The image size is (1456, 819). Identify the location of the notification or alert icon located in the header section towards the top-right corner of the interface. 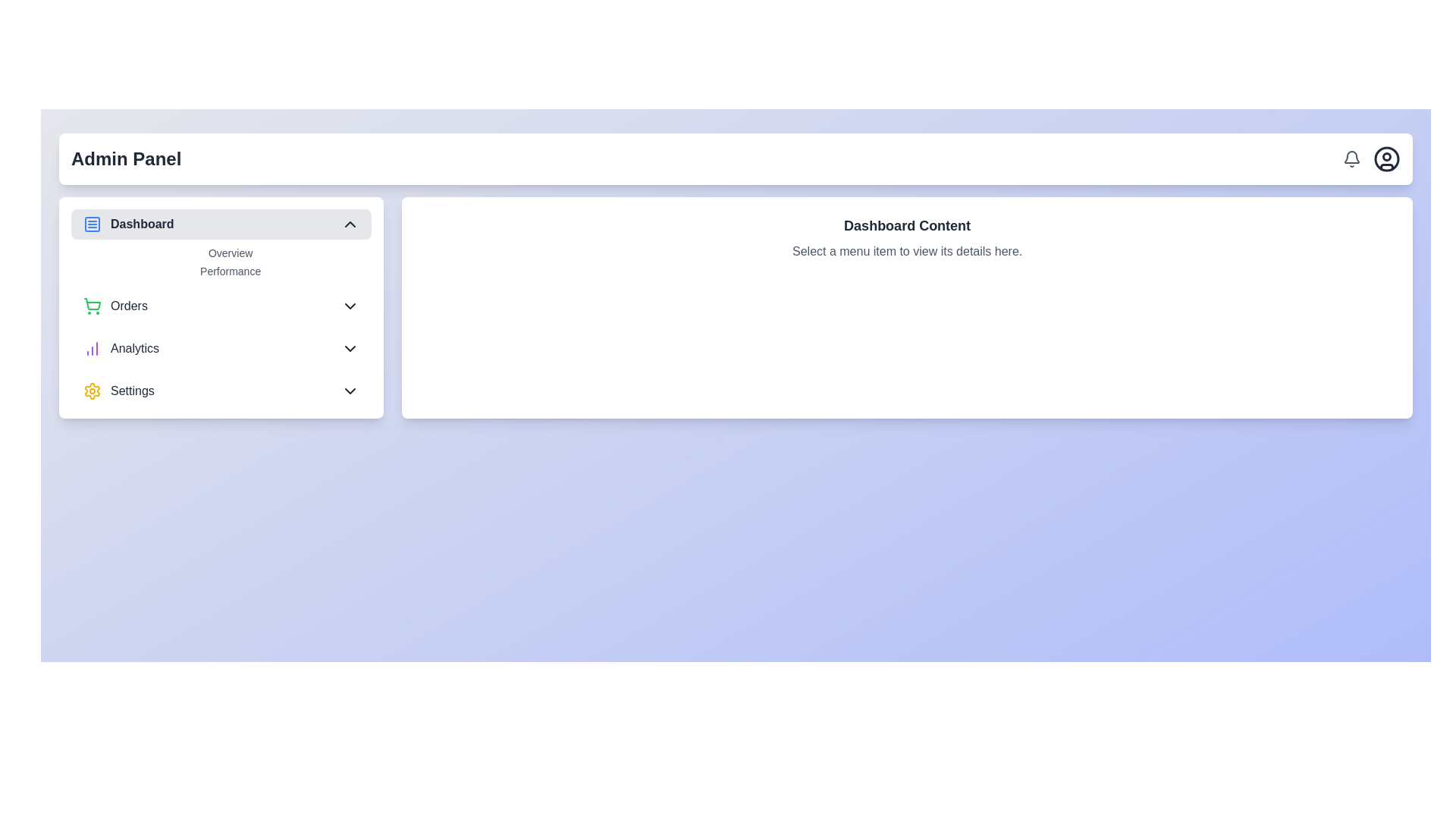
(1351, 157).